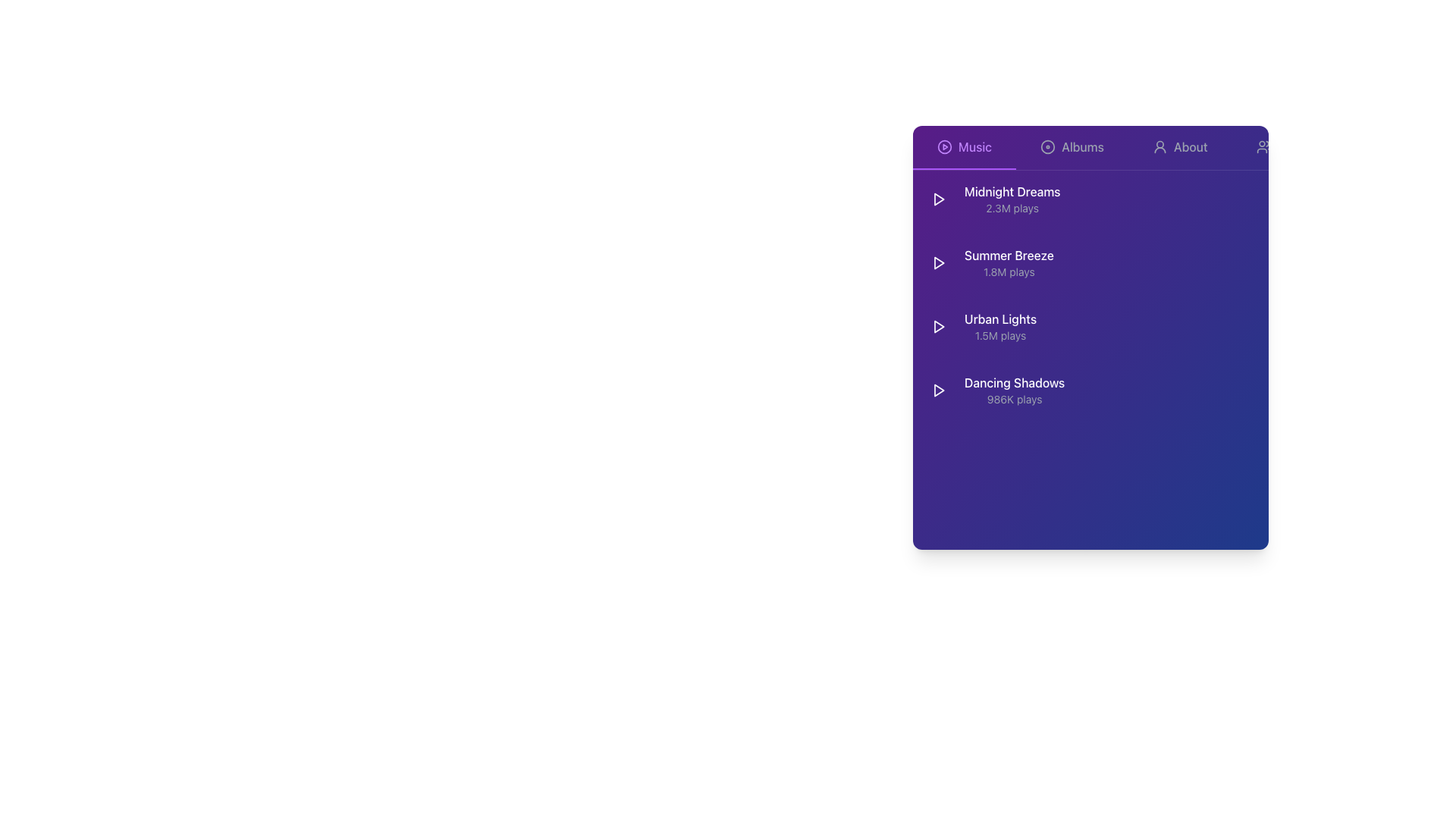 The width and height of the screenshot is (1456, 819). What do you see at coordinates (938, 262) in the screenshot?
I see `the play button for the track 'Summer Breeze'` at bounding box center [938, 262].